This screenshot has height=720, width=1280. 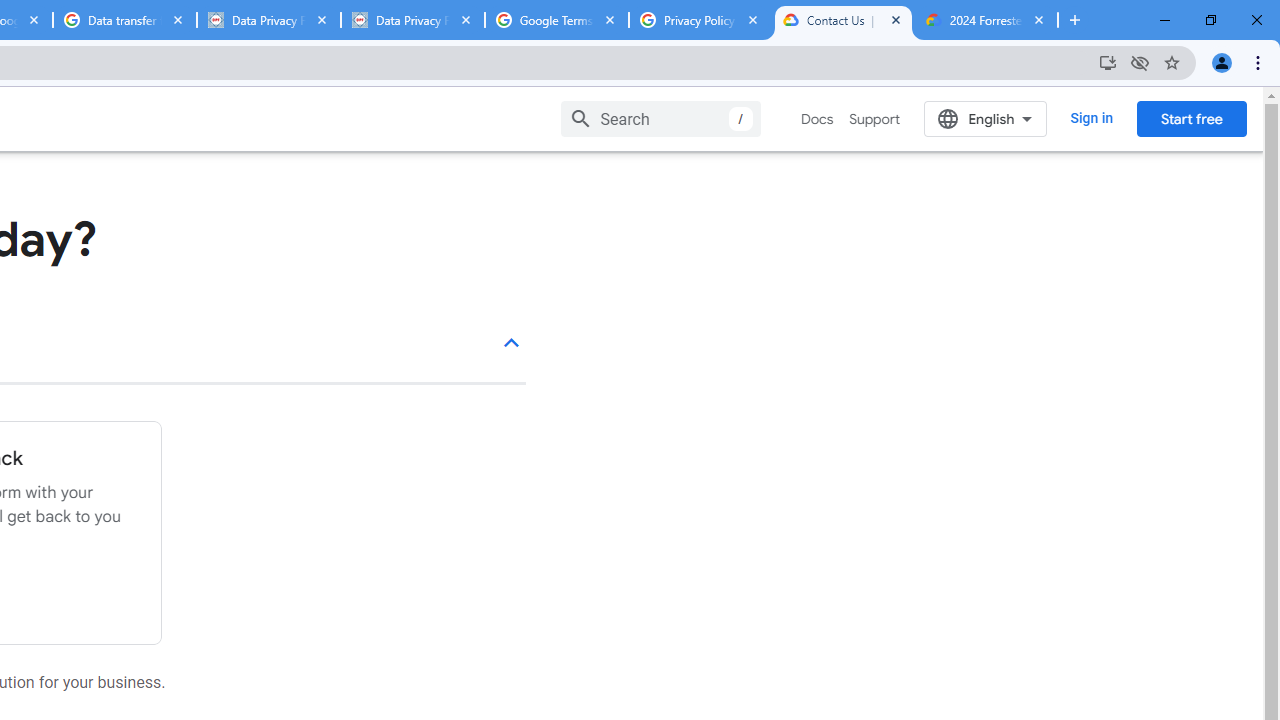 I want to click on 'Install Google Cloud', so click(x=1106, y=61).